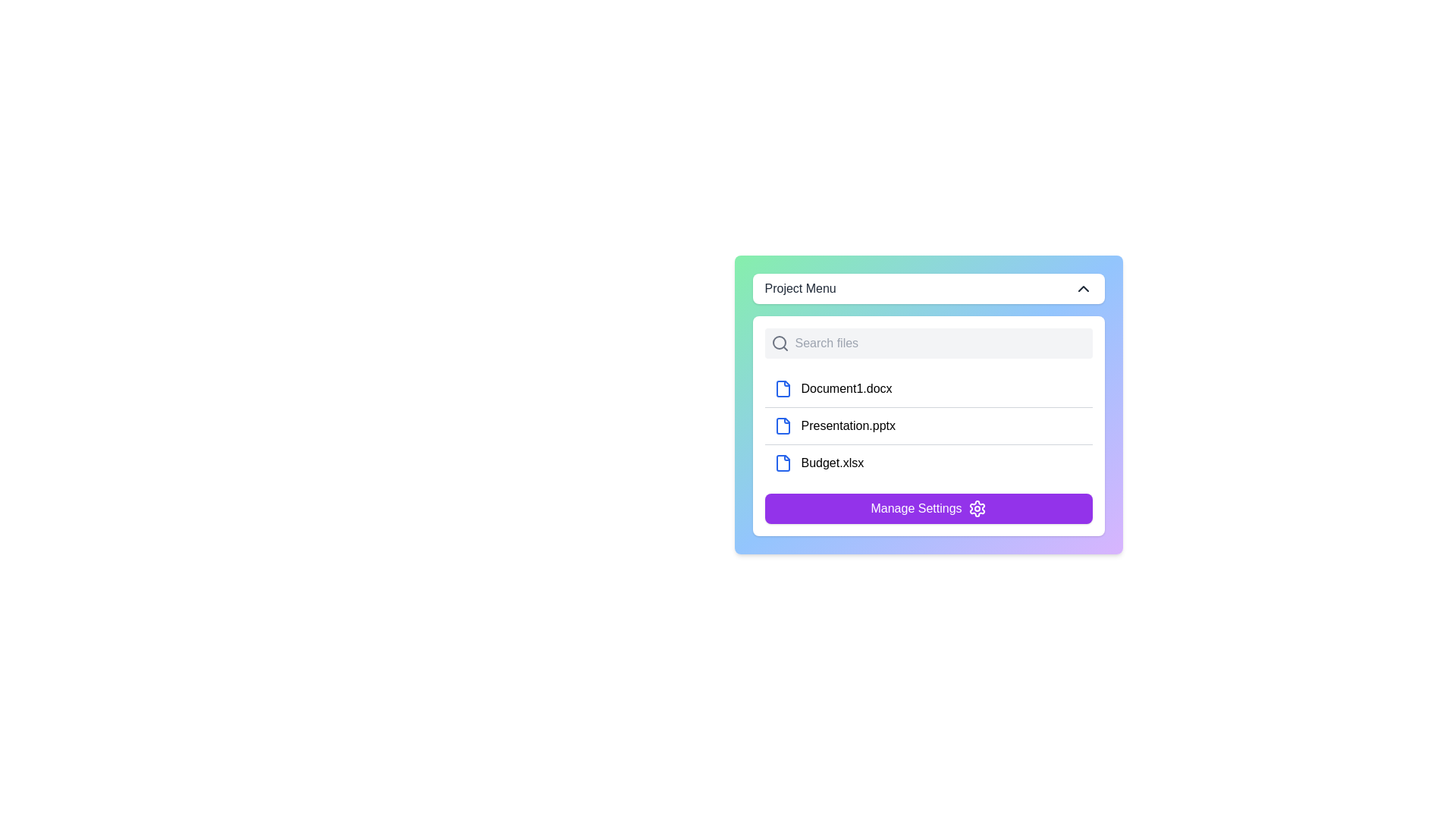 The width and height of the screenshot is (1456, 819). Describe the element at coordinates (976, 509) in the screenshot. I see `the gear icon located on the far-right side of the 'Manage Settings' button` at that location.